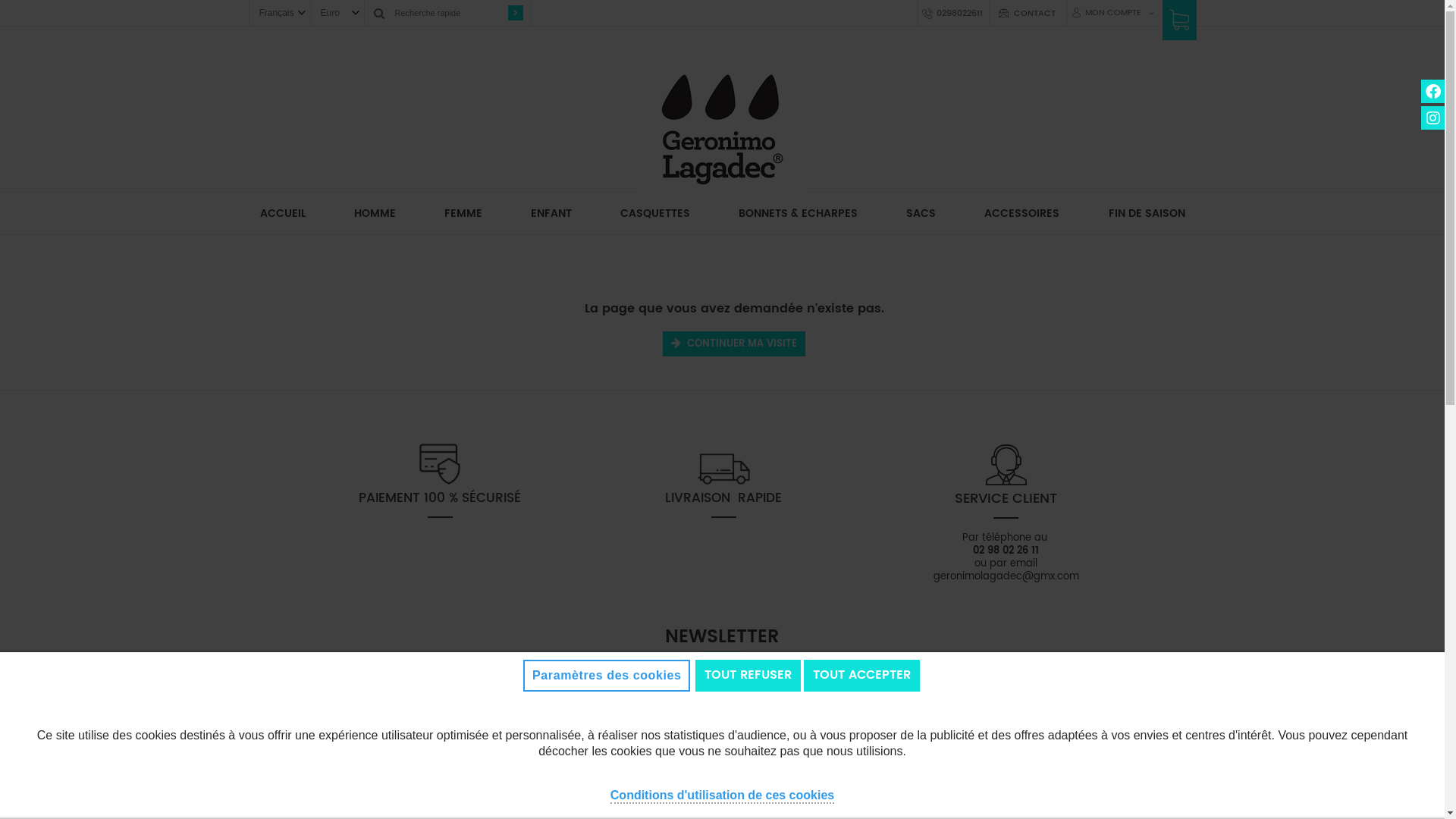 The width and height of the screenshot is (1456, 819). What do you see at coordinates (550, 213) in the screenshot?
I see `'ENFANT'` at bounding box center [550, 213].